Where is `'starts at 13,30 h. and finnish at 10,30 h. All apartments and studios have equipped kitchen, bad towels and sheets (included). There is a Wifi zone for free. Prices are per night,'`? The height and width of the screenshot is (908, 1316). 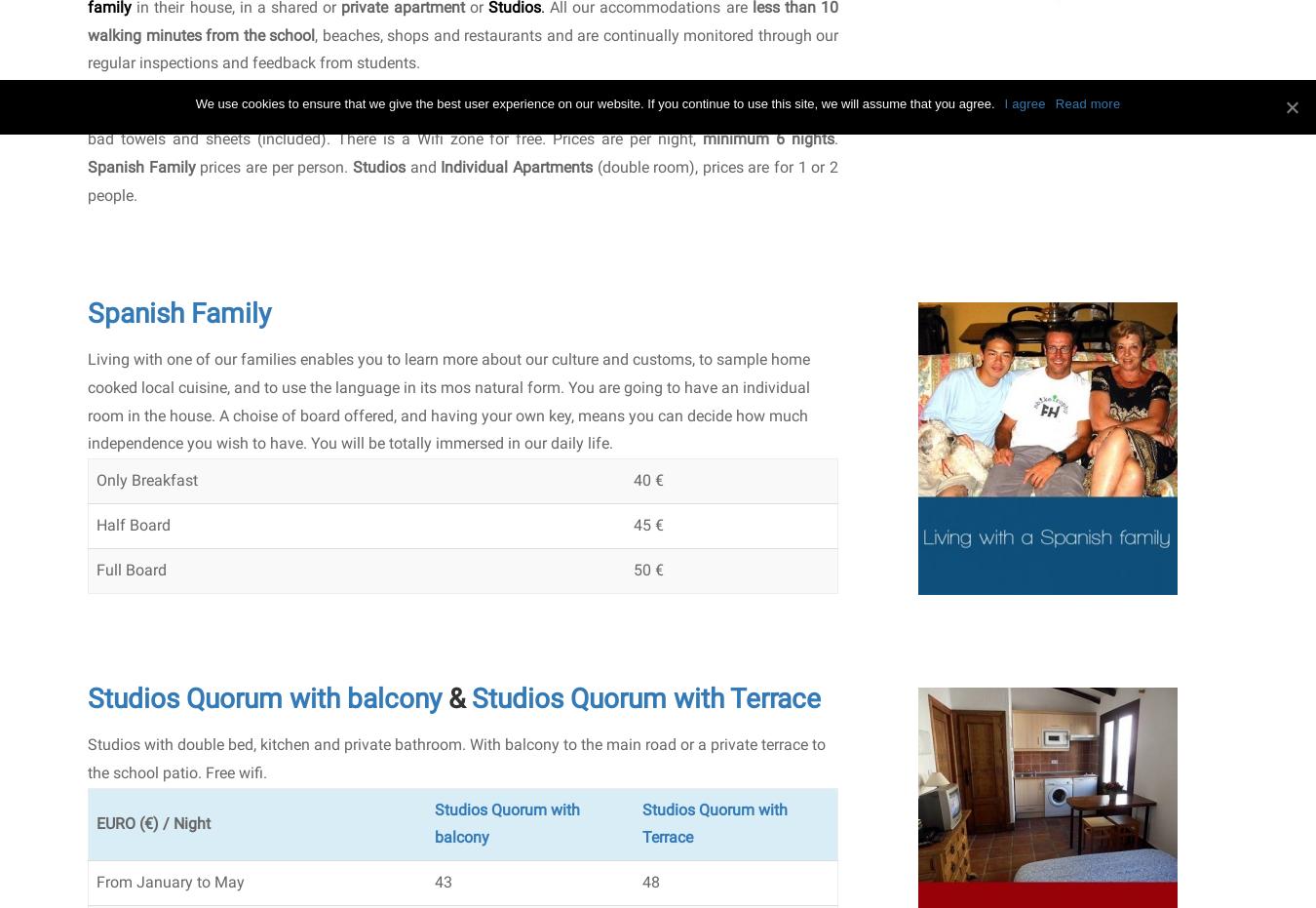
'starts at 13,30 h. and finnish at 10,30 h. All apartments and studios have equipped kitchen, bad towels and sheets (included). There is a Wifi zone for free. Prices are per night,' is located at coordinates (462, 124).